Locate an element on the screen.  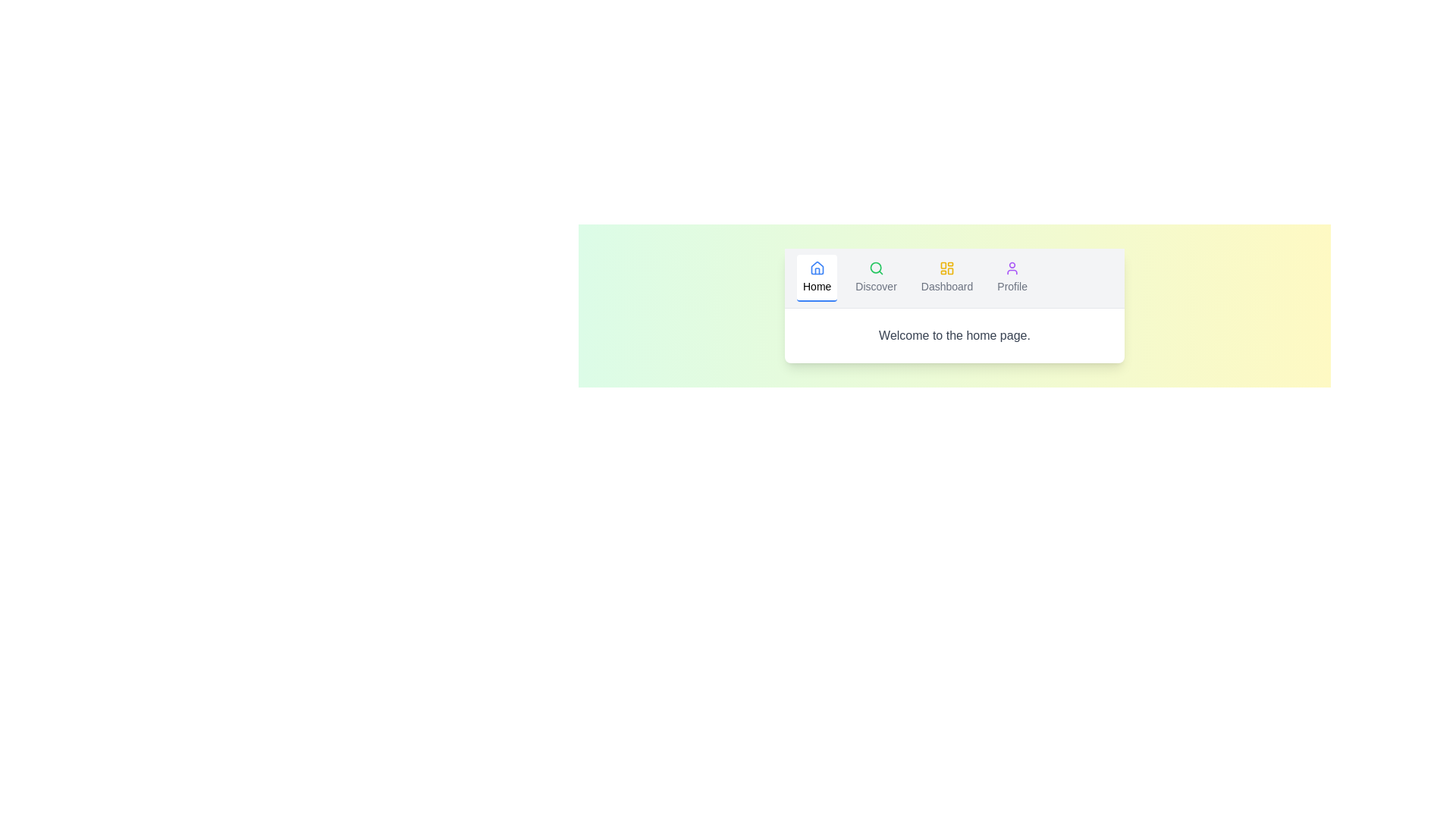
the Home tab to display its content is located at coordinates (816, 278).